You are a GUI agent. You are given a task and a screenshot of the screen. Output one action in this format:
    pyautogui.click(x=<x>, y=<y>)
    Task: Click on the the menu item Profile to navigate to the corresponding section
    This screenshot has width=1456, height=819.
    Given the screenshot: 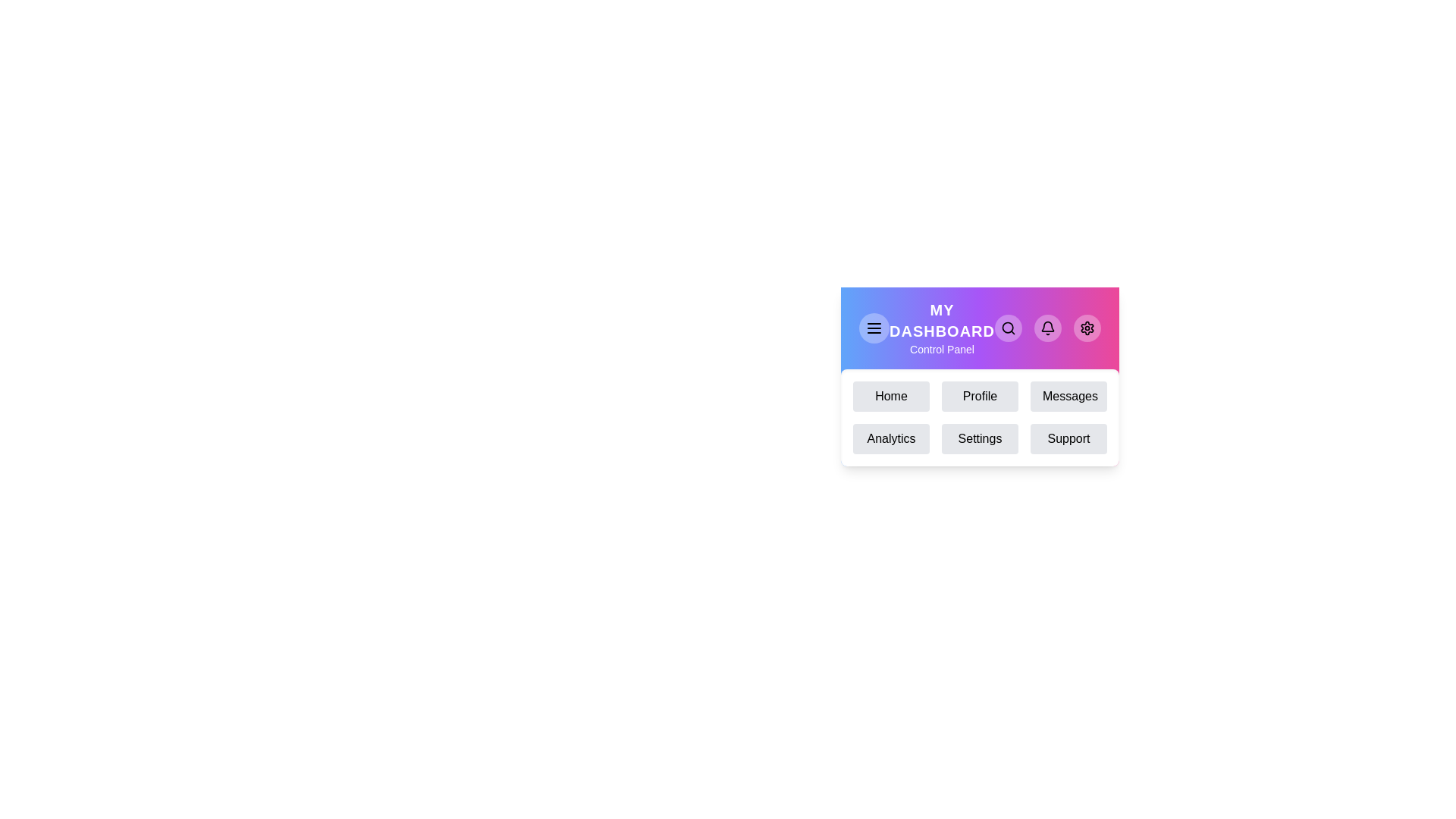 What is the action you would take?
    pyautogui.click(x=980, y=396)
    